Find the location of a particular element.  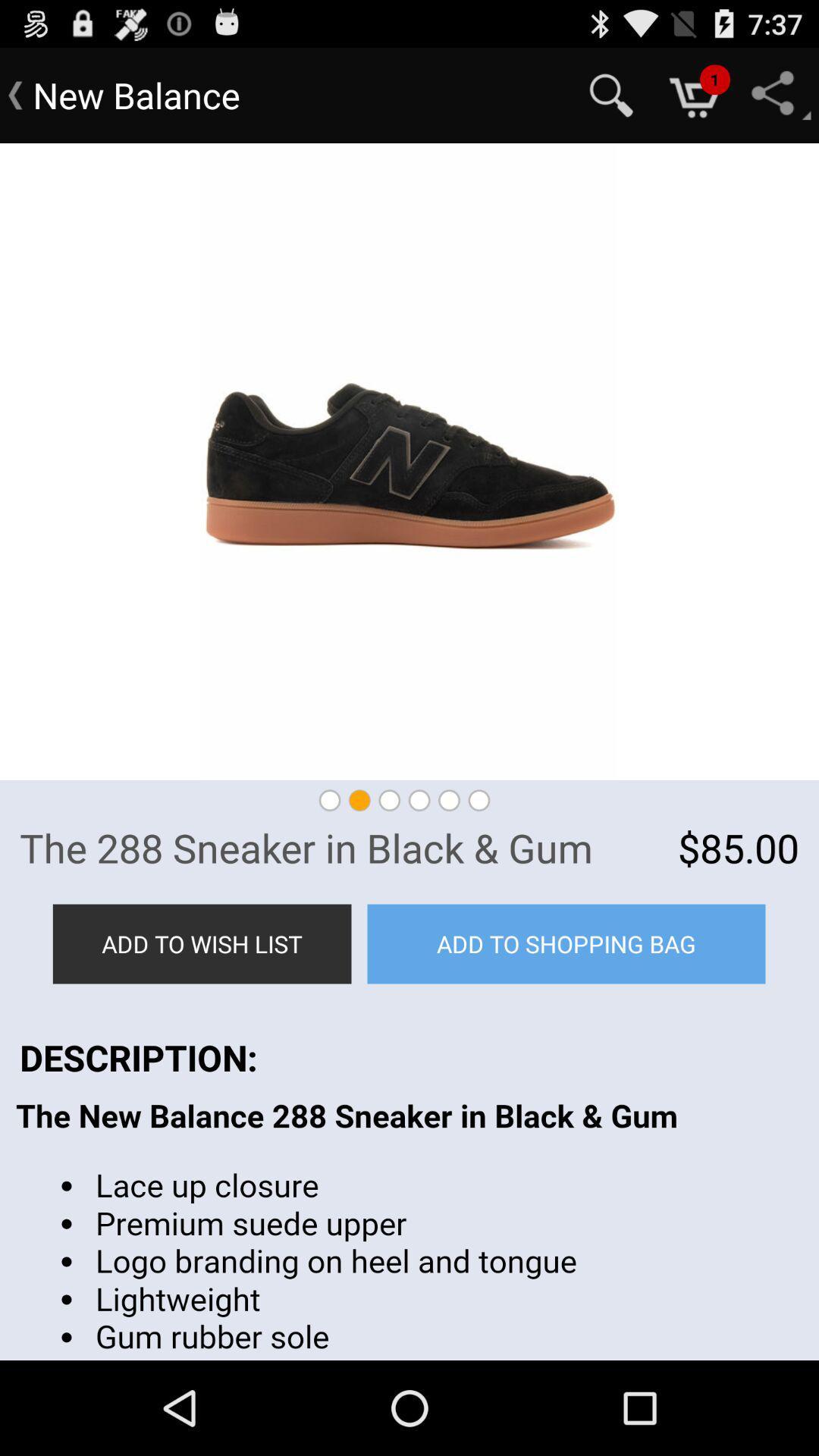

show full view is located at coordinates (409, 461).